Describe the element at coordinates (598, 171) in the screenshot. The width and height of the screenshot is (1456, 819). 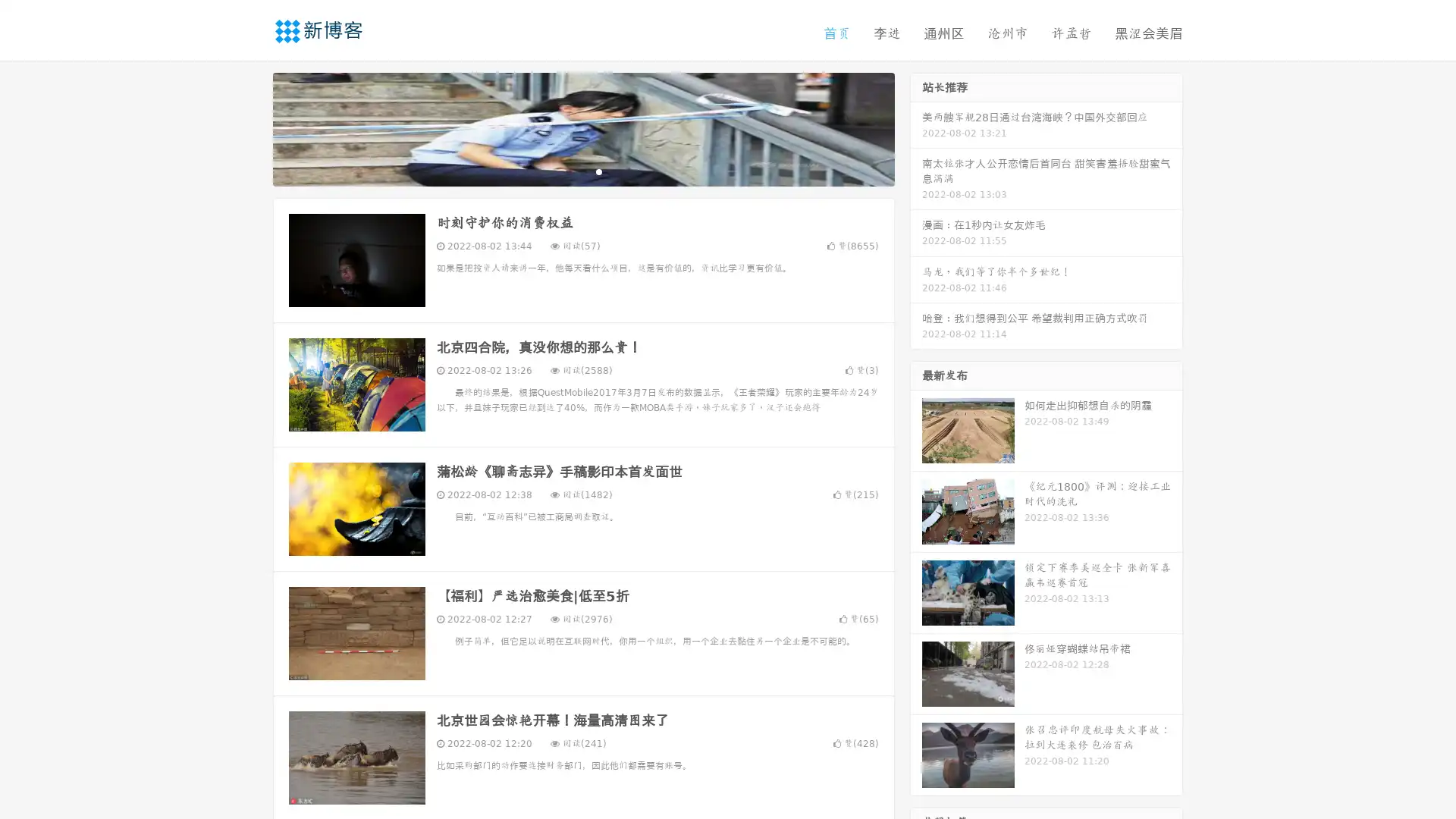
I see `Go to slide 3` at that location.